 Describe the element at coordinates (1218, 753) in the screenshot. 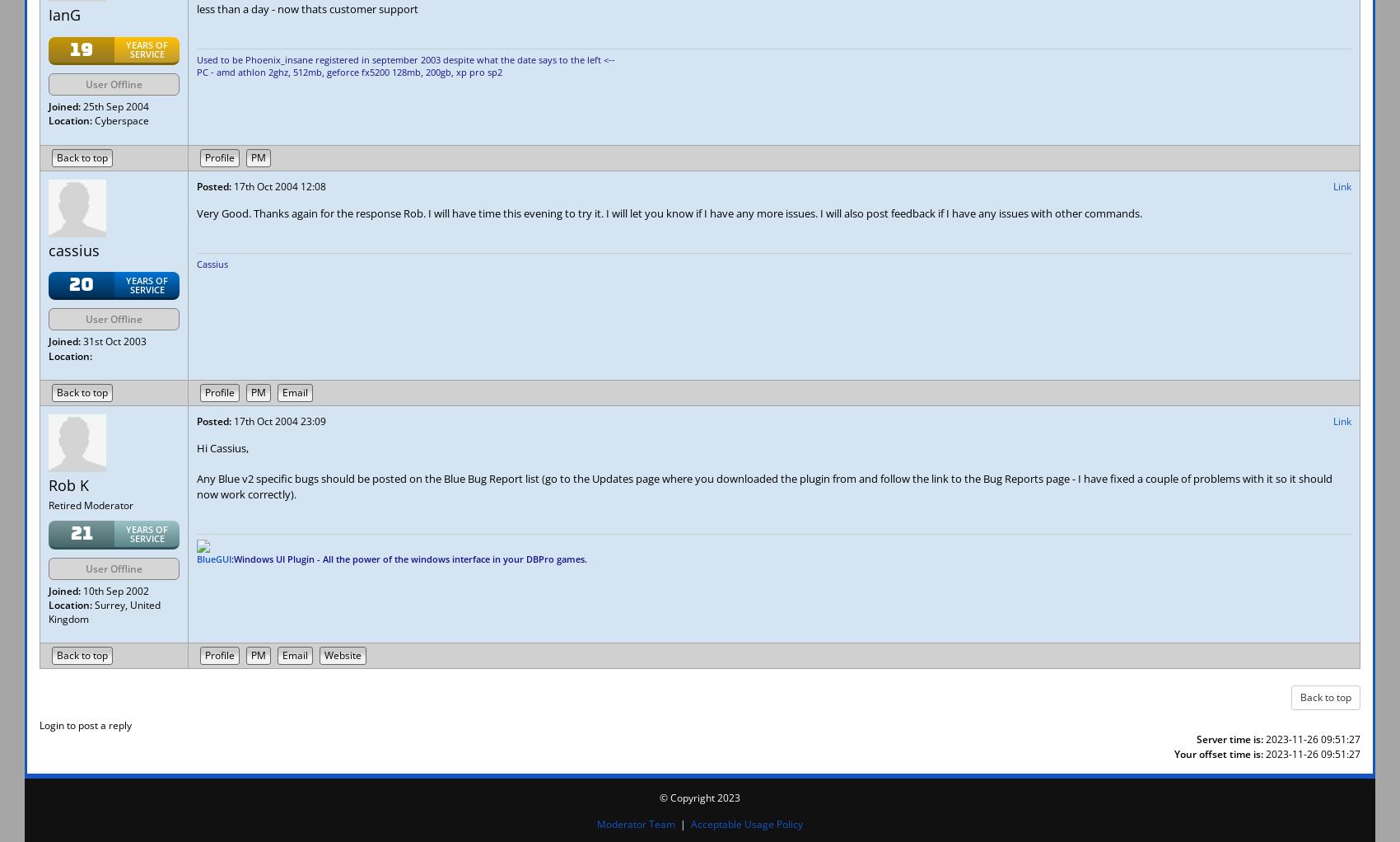

I see `'Your offset time is:'` at that location.